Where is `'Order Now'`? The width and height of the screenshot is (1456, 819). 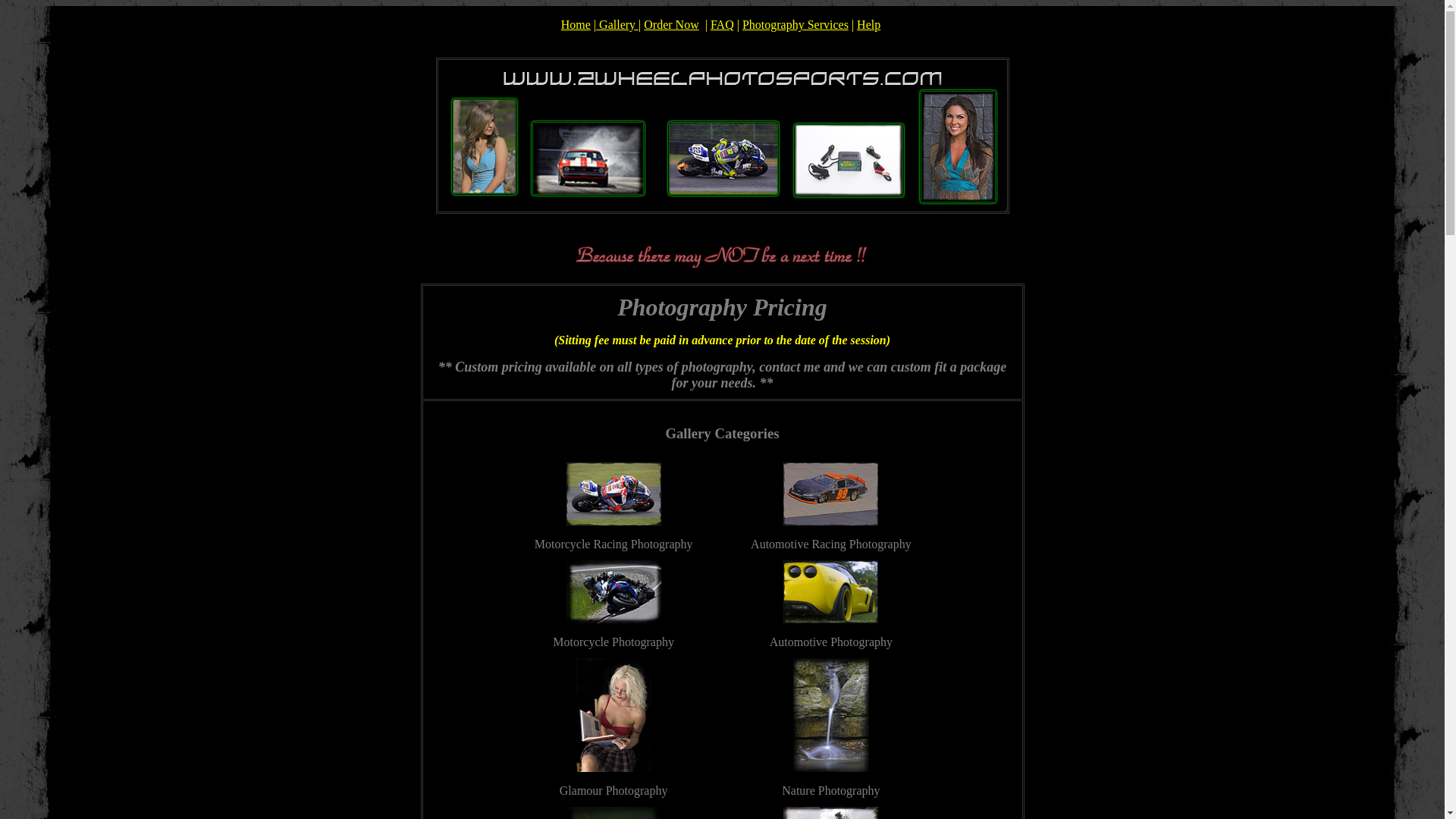 'Order Now' is located at coordinates (670, 24).